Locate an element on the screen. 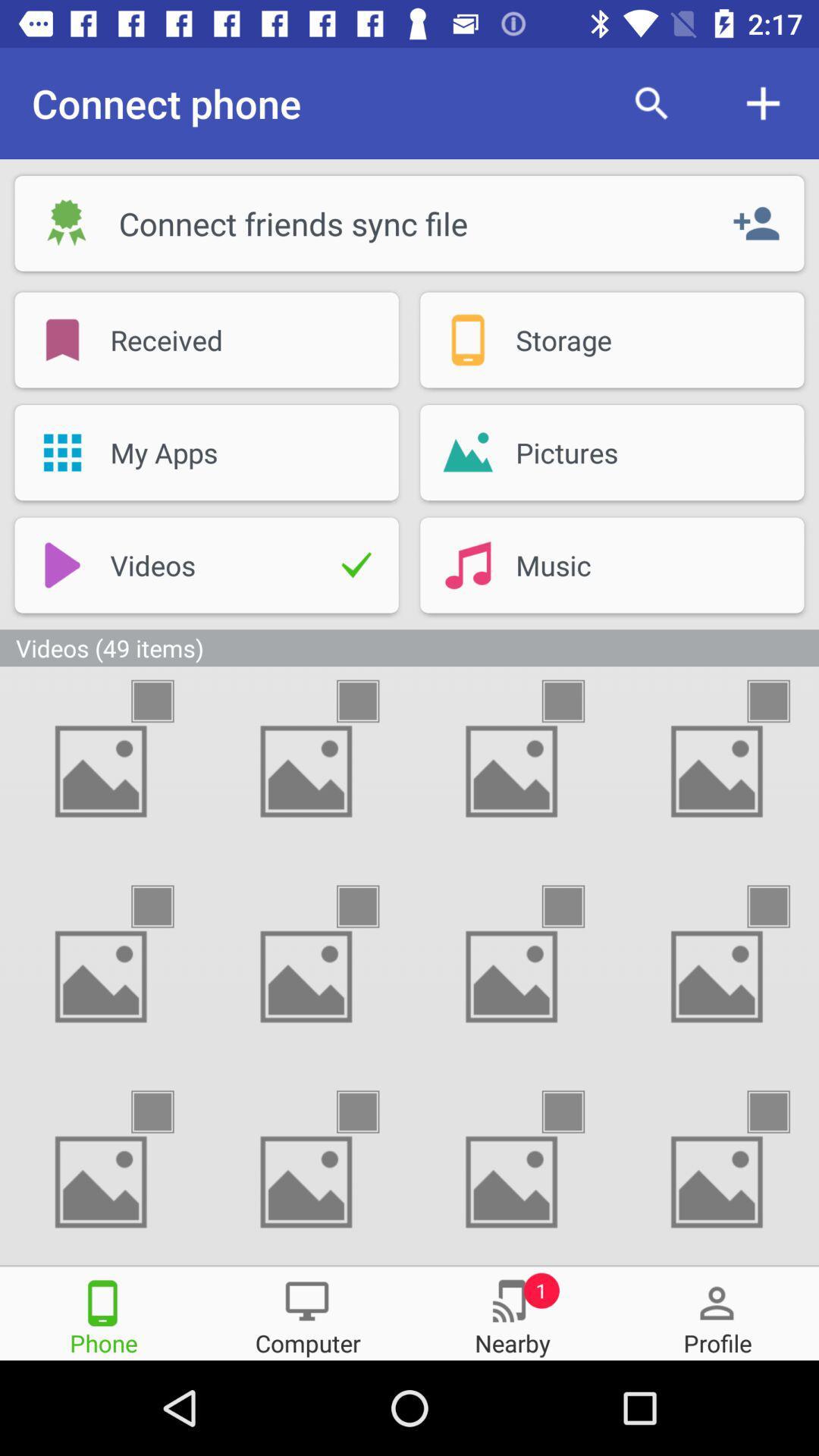 The image size is (819, 1456). videos is located at coordinates (166, 1112).